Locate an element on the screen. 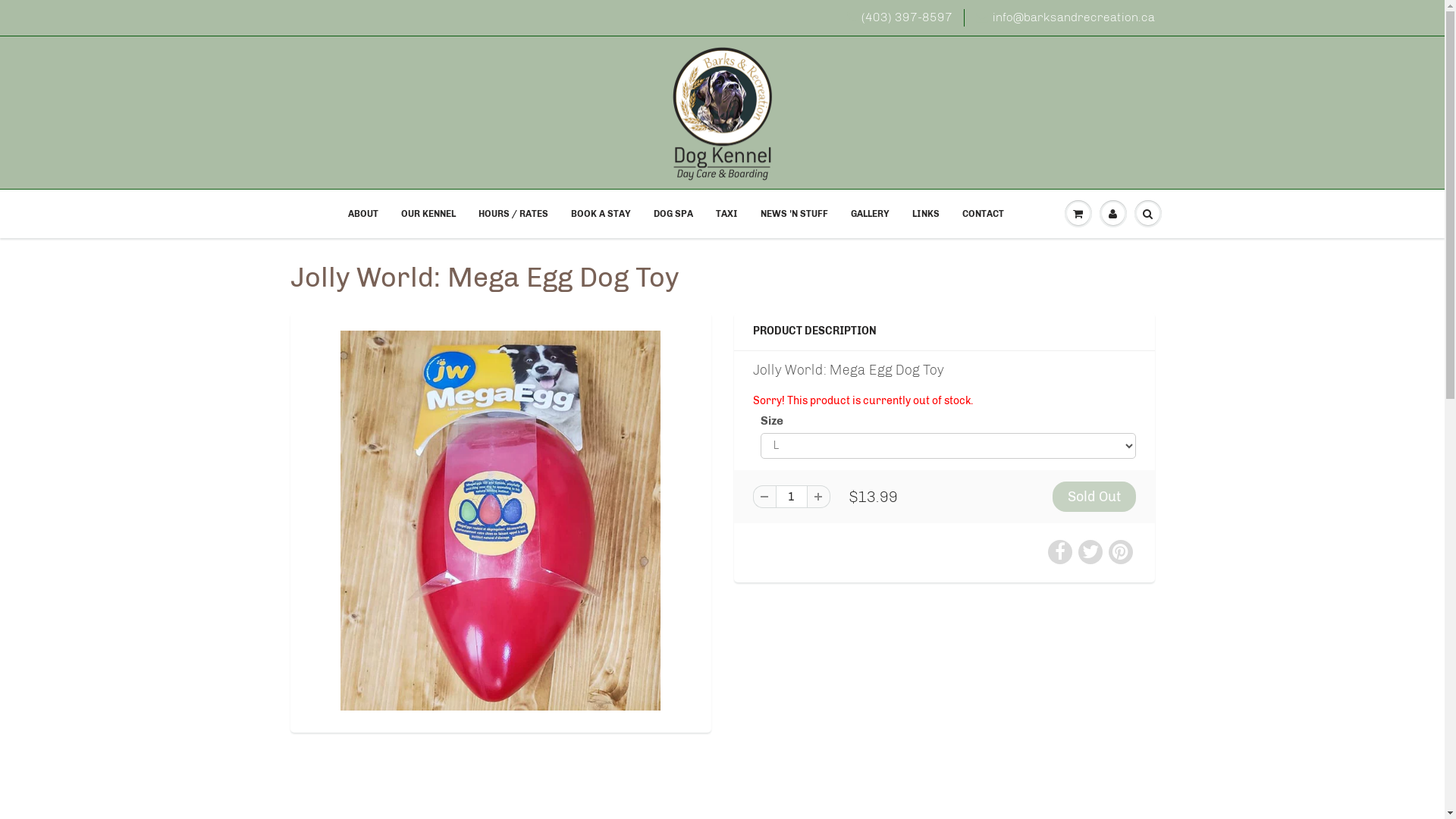 The image size is (1456, 819). 'ABOUT' is located at coordinates (336, 213).